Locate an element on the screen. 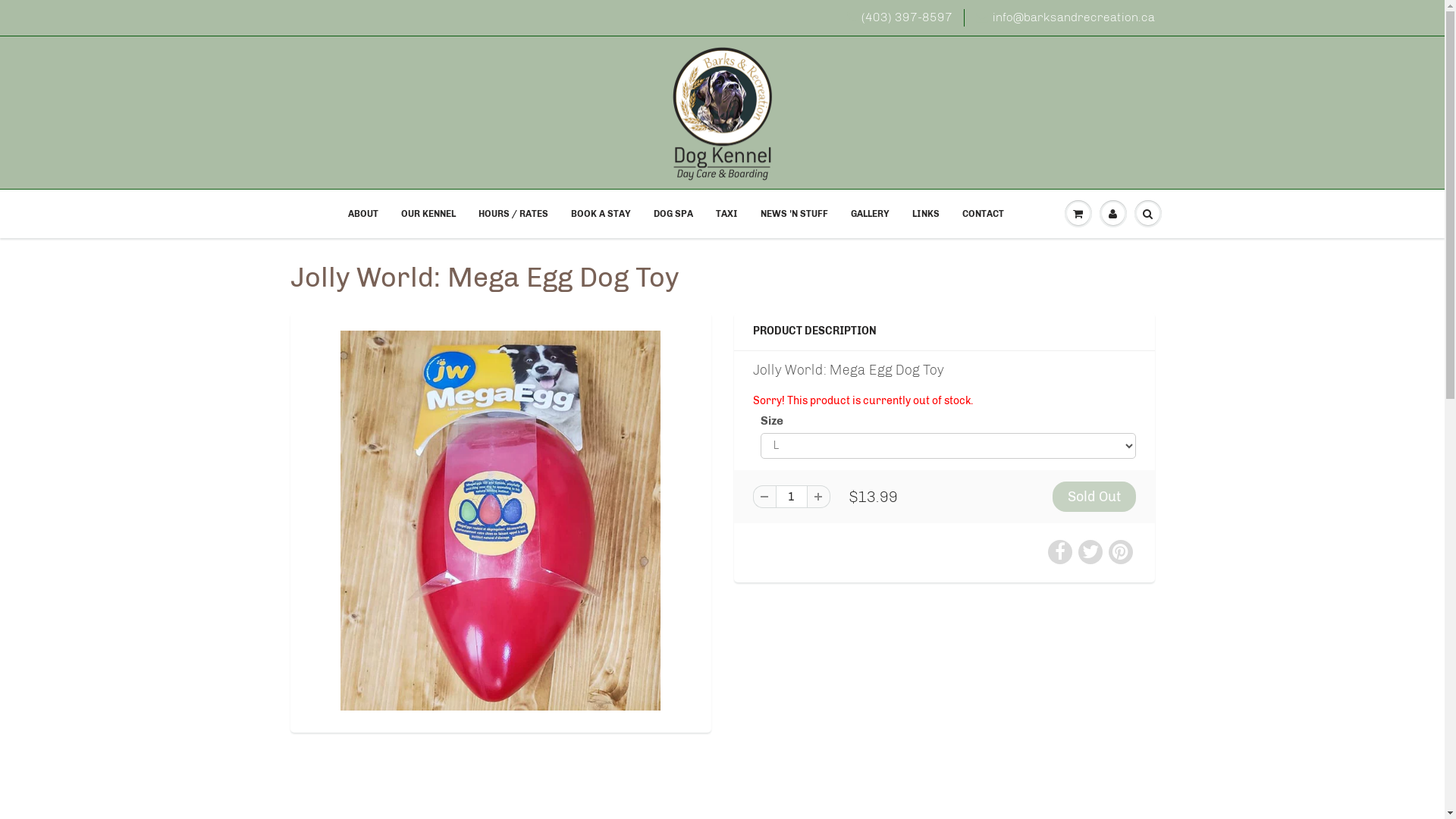 The image size is (1456, 819). 'ABOUT' is located at coordinates (336, 213).